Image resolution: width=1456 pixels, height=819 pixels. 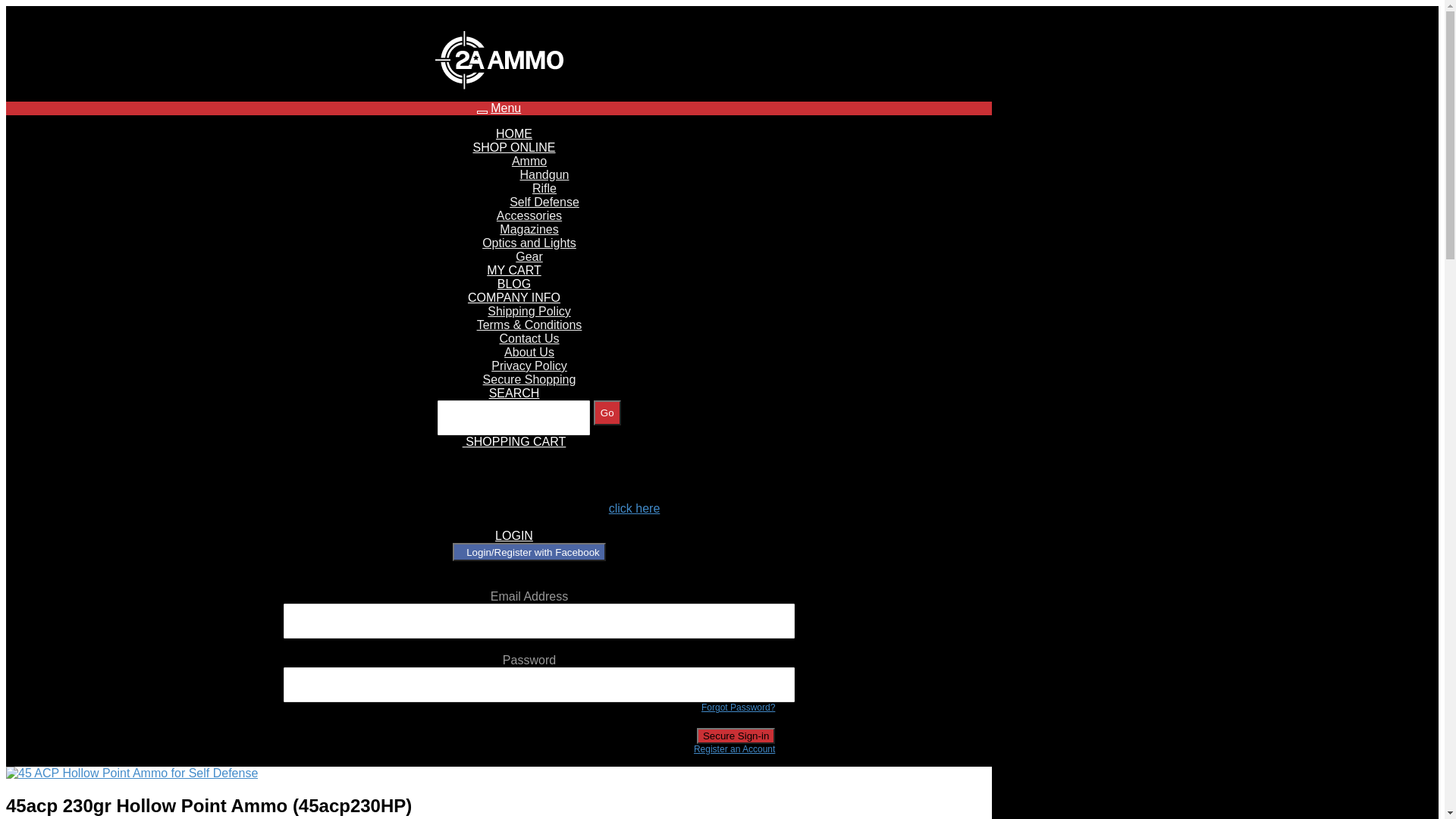 I want to click on 'Menu', so click(x=506, y=107).